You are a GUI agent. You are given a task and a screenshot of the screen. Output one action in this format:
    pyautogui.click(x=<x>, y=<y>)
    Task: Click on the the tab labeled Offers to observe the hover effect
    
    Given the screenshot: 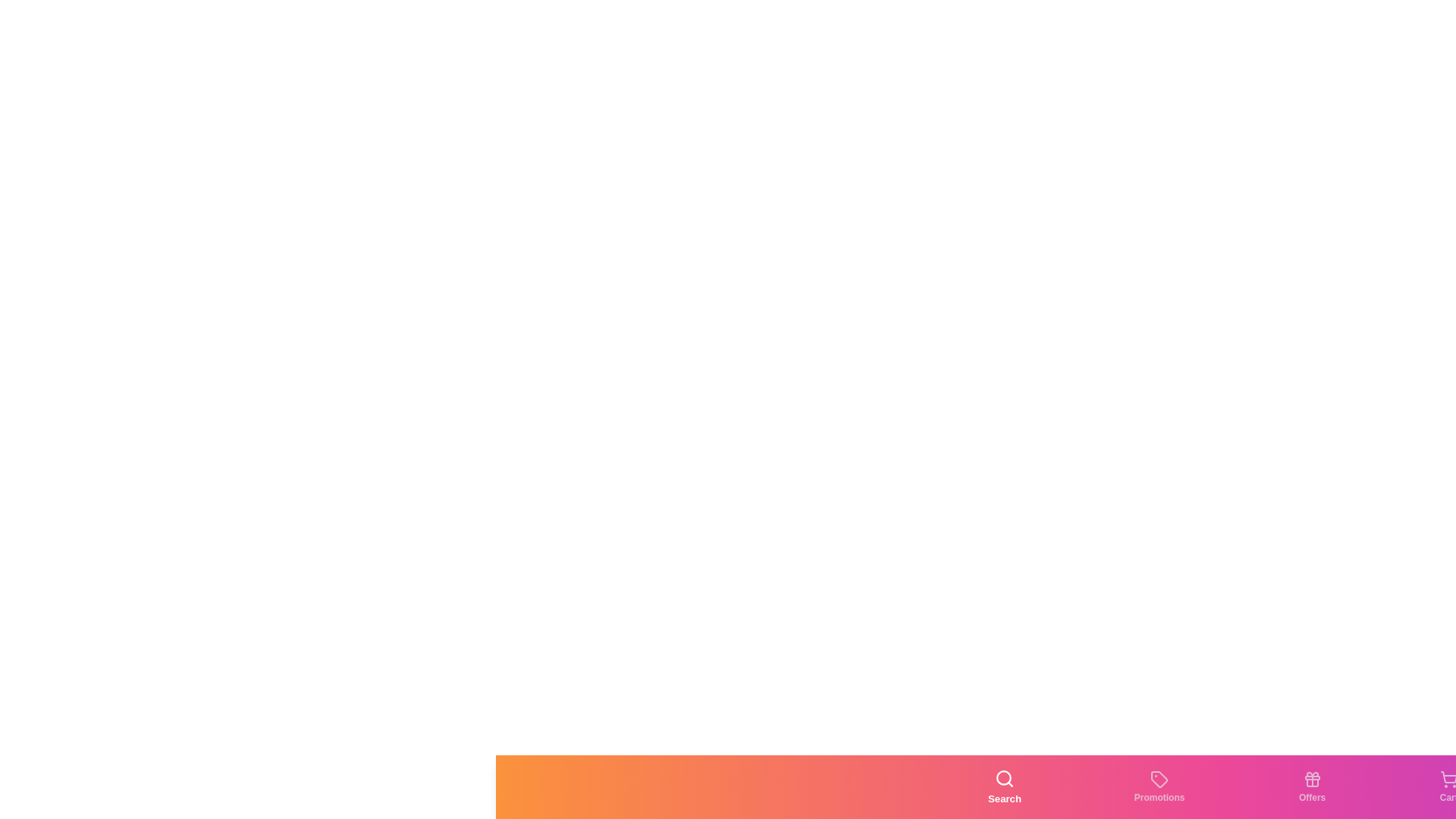 What is the action you would take?
    pyautogui.click(x=1311, y=786)
    